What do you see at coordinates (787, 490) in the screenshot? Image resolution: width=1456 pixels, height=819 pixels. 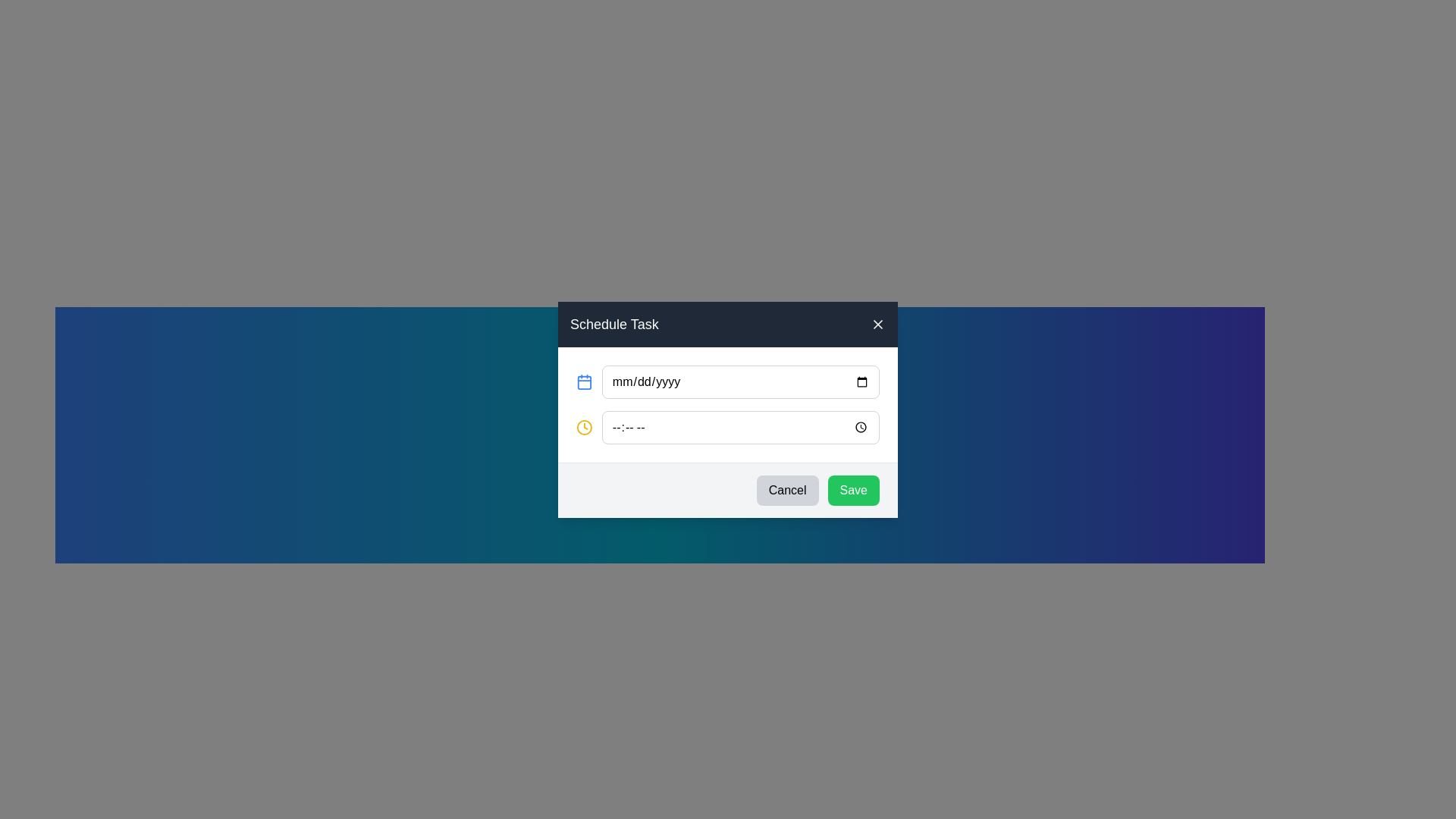 I see `the cancellation button in the modal footer to highlight it for keyboard interaction, located at the bottom-right corner of the modal, left of the 'Save' button` at bounding box center [787, 490].